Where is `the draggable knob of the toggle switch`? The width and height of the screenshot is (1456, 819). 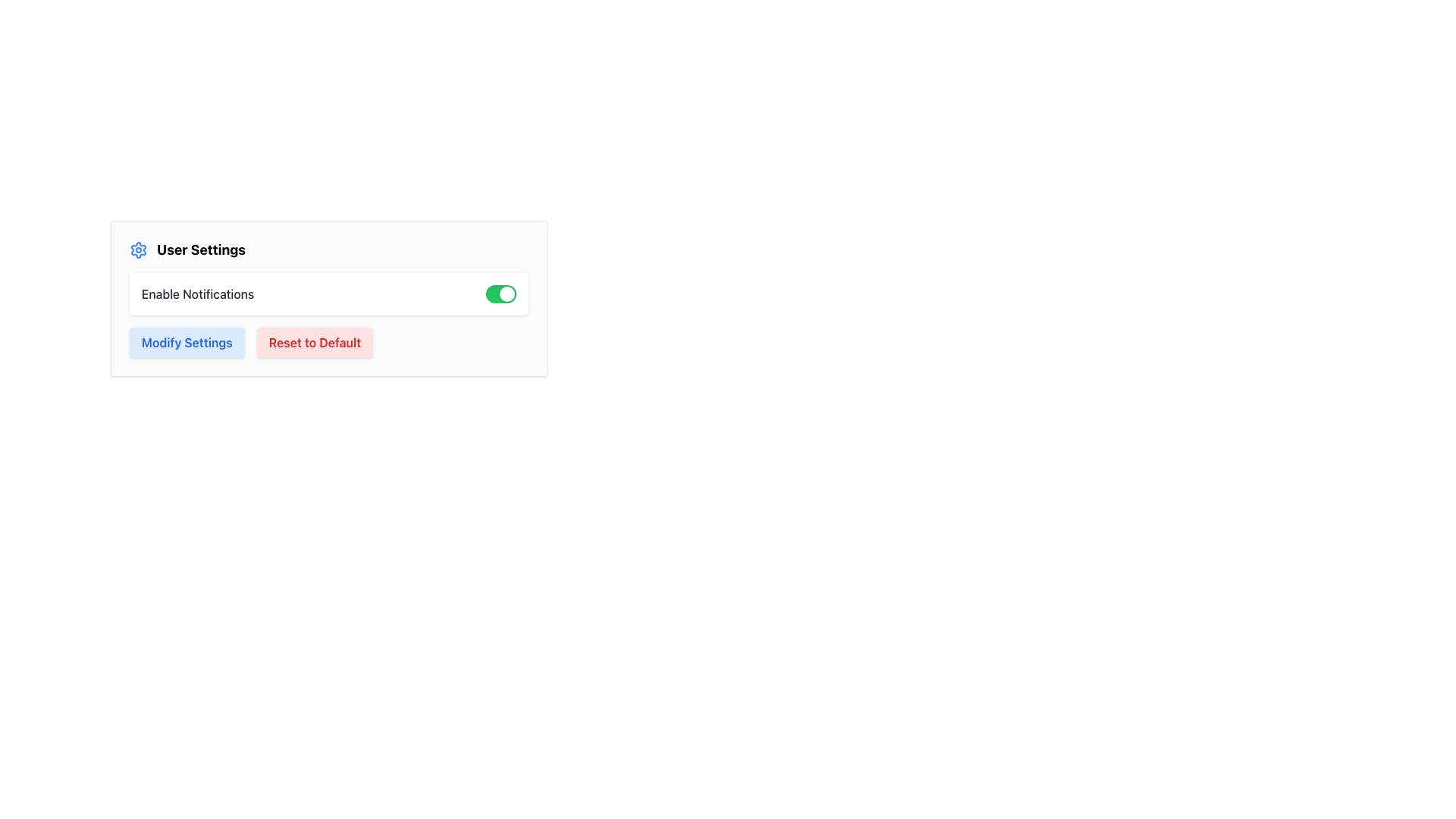
the draggable knob of the toggle switch is located at coordinates (507, 294).